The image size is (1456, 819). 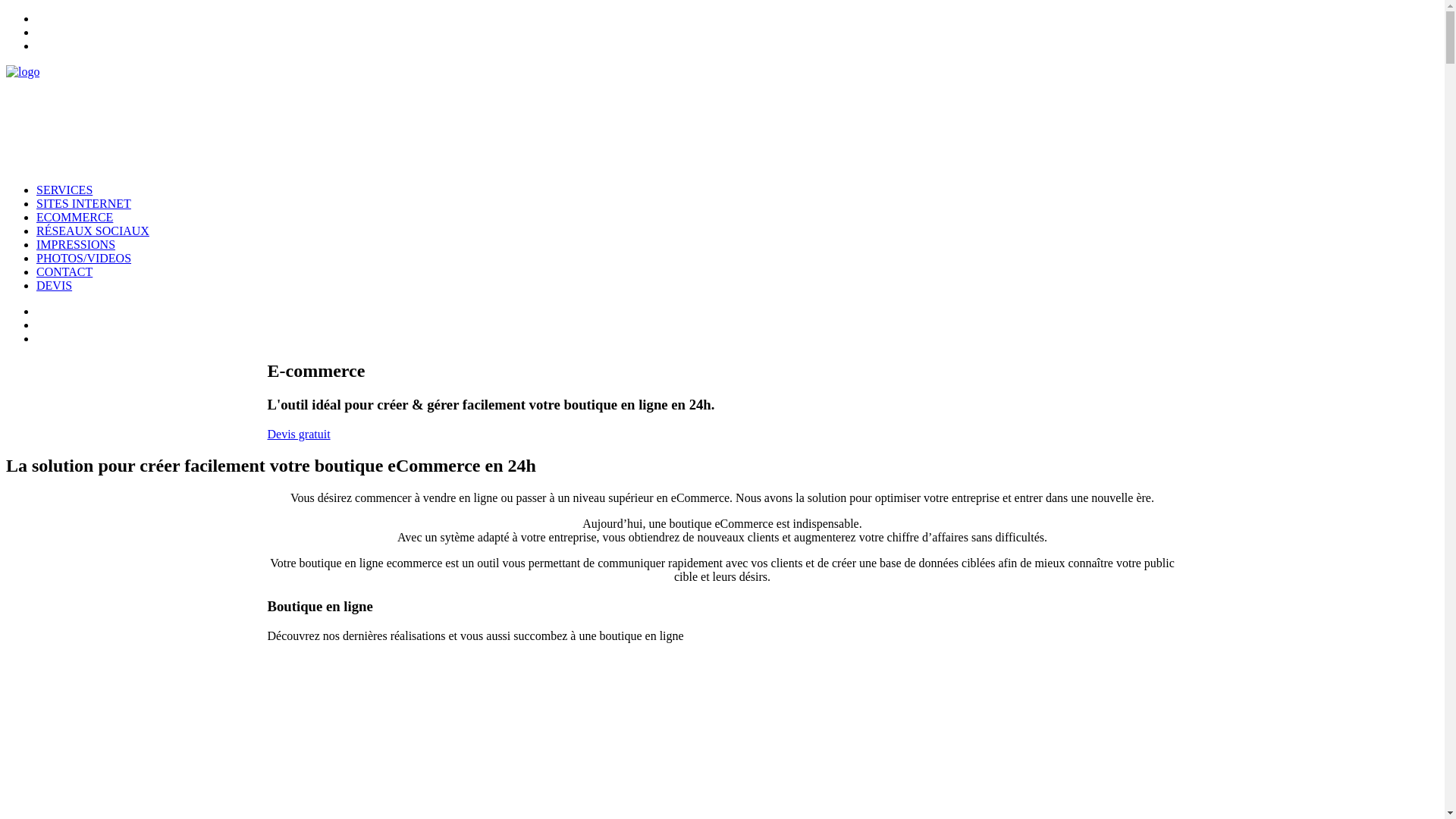 What do you see at coordinates (83, 257) in the screenshot?
I see `'PHOTOS/VIDEOS'` at bounding box center [83, 257].